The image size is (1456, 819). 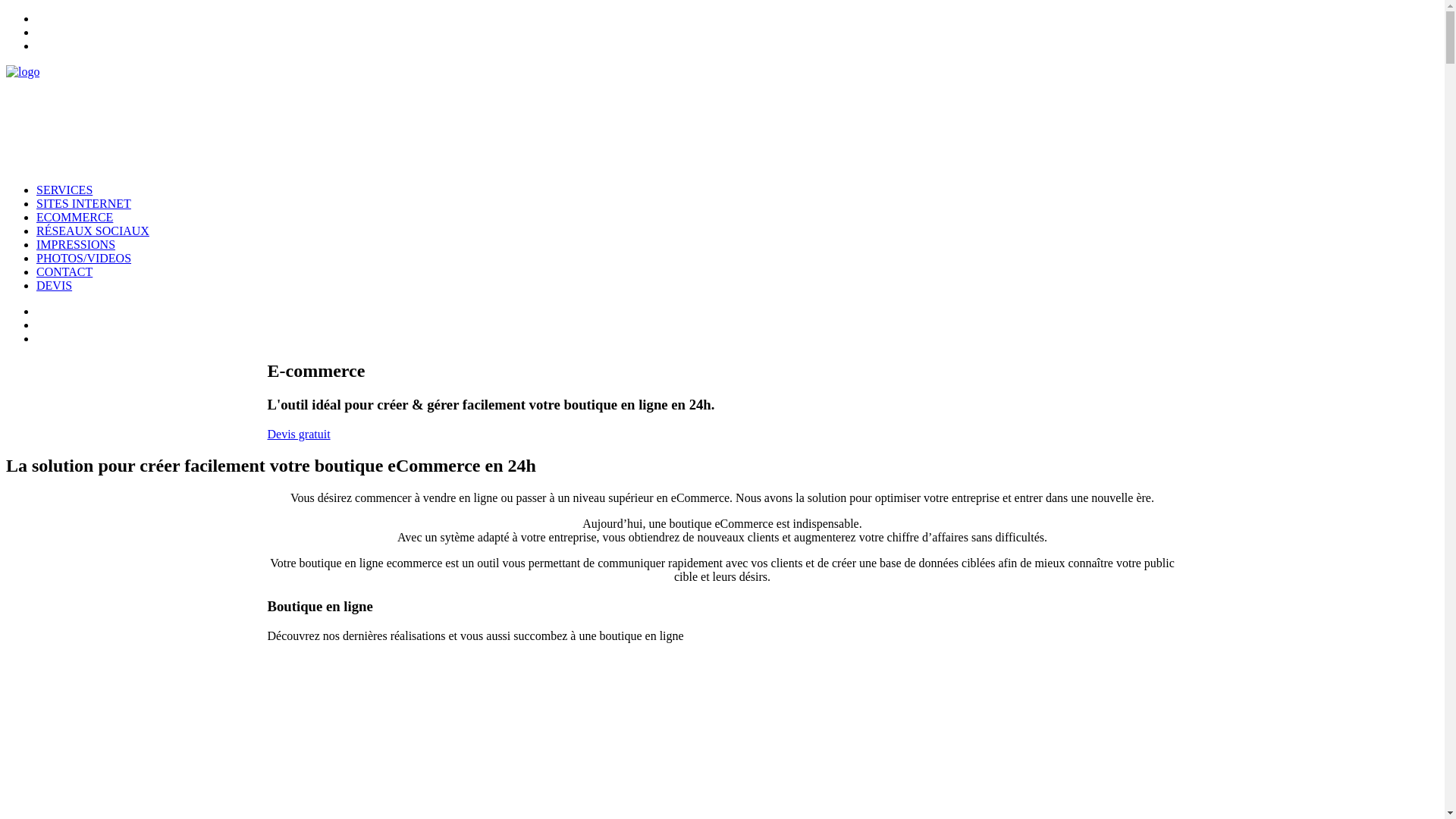 What do you see at coordinates (83, 257) in the screenshot?
I see `'PHOTOS/VIDEOS'` at bounding box center [83, 257].